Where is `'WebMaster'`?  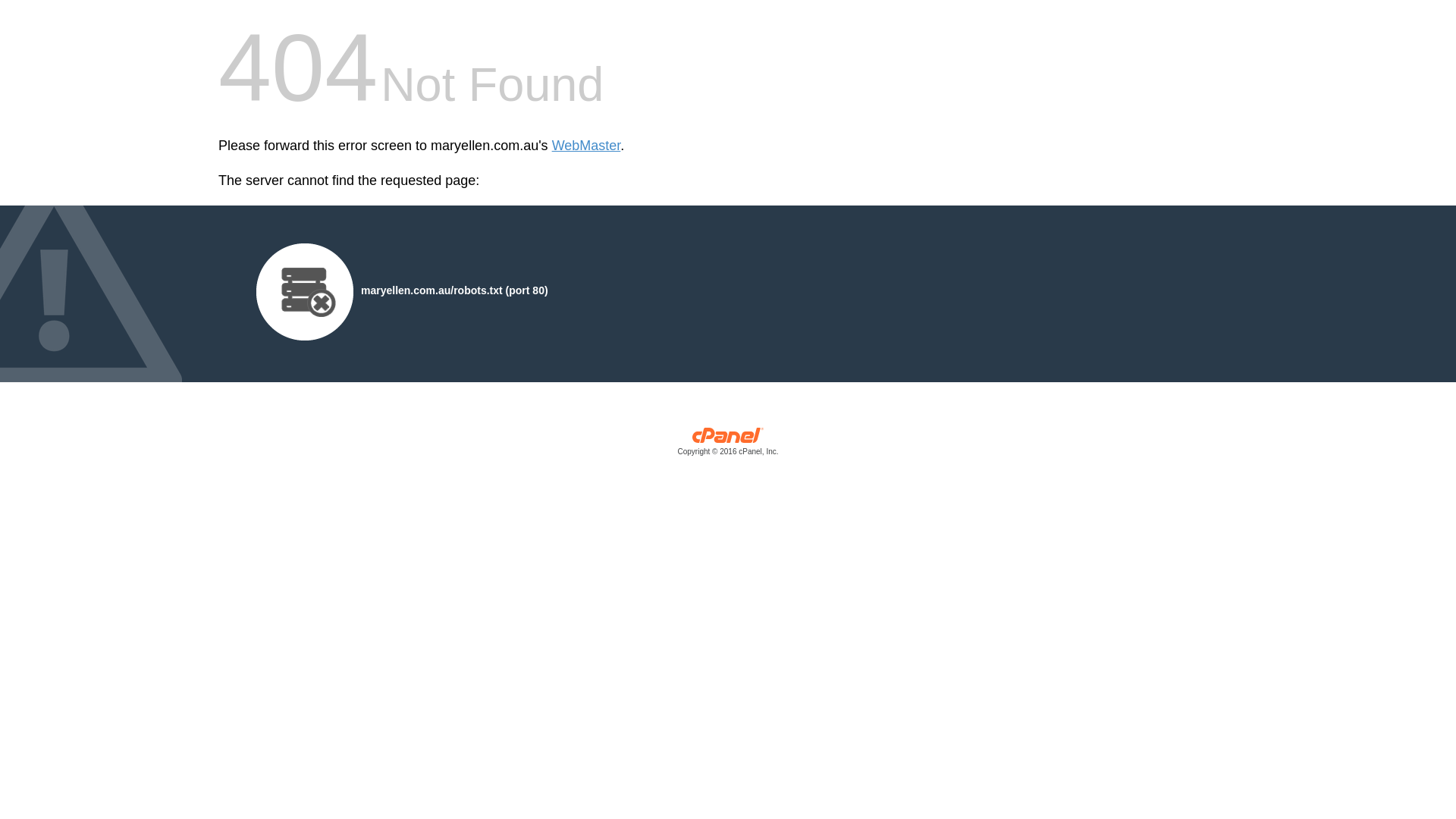 'WebMaster' is located at coordinates (585, 146).